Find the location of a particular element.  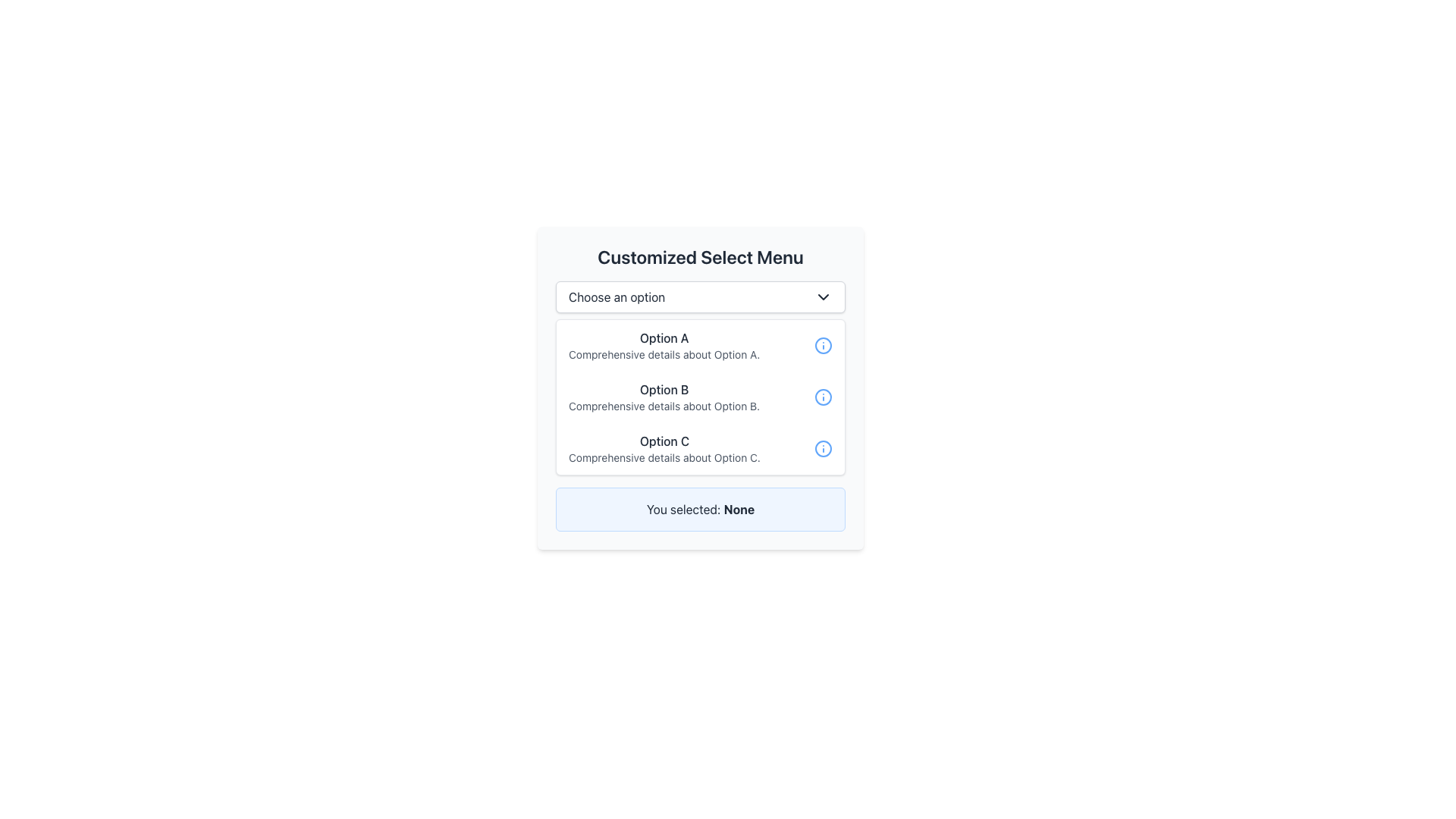

the decorative or informative visual icon located in the bottom-right corner of the third card labeled 'Option C' is located at coordinates (822, 447).